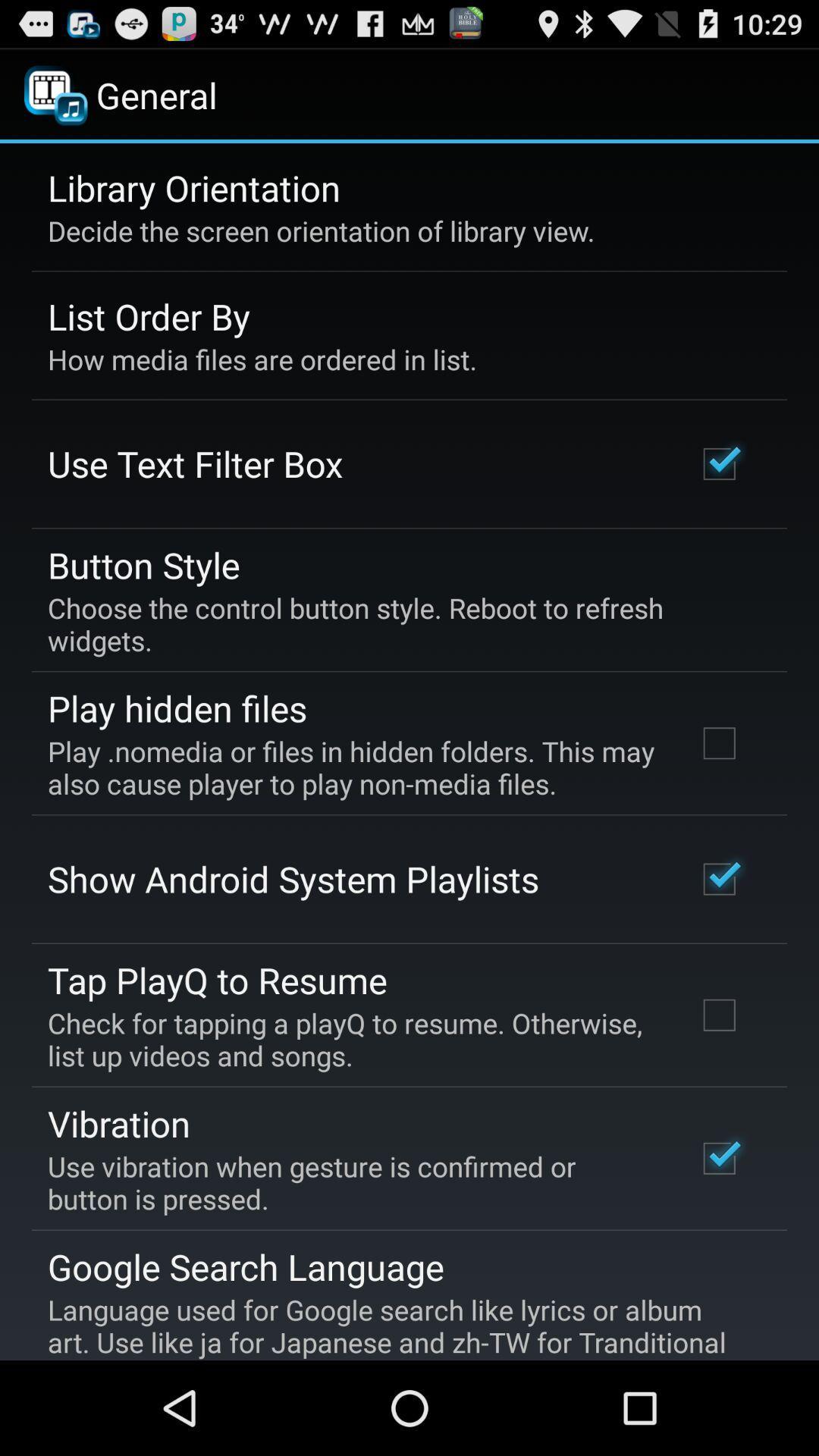 The width and height of the screenshot is (819, 1456). Describe the element at coordinates (718, 1015) in the screenshot. I see `the check box which is beside tap playq to resume` at that location.